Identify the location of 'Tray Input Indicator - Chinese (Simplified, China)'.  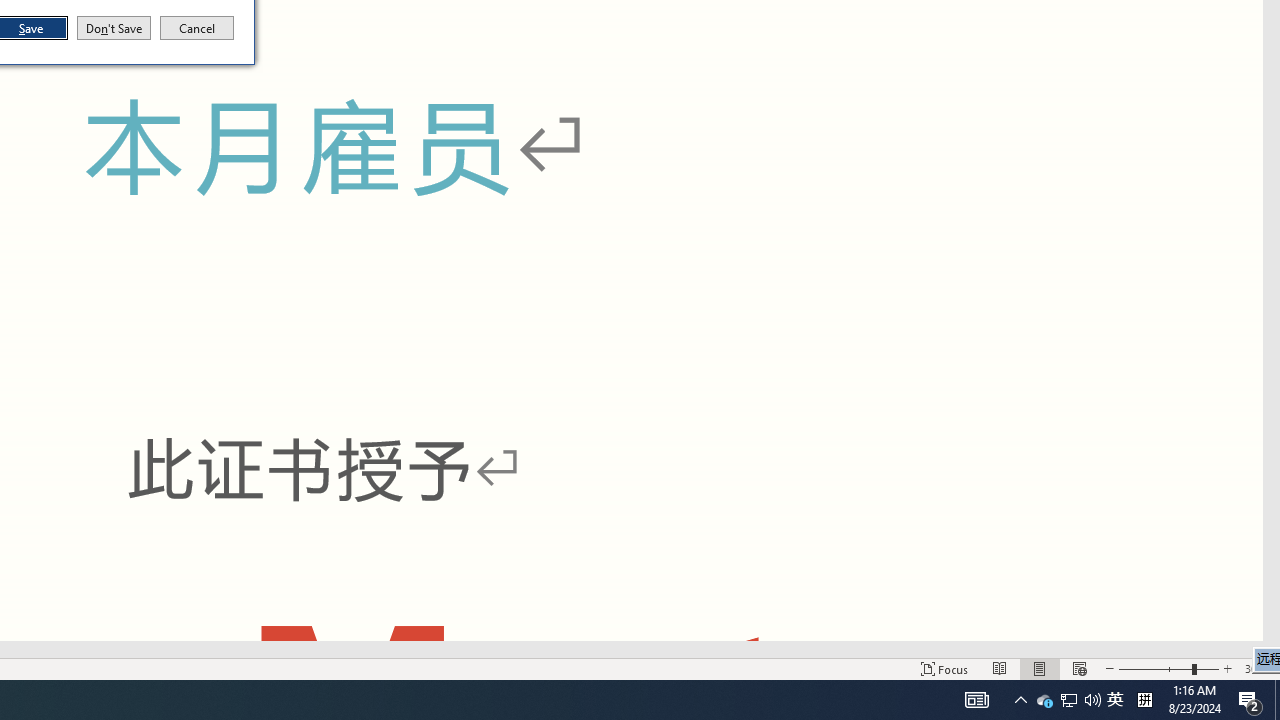
(1144, 698).